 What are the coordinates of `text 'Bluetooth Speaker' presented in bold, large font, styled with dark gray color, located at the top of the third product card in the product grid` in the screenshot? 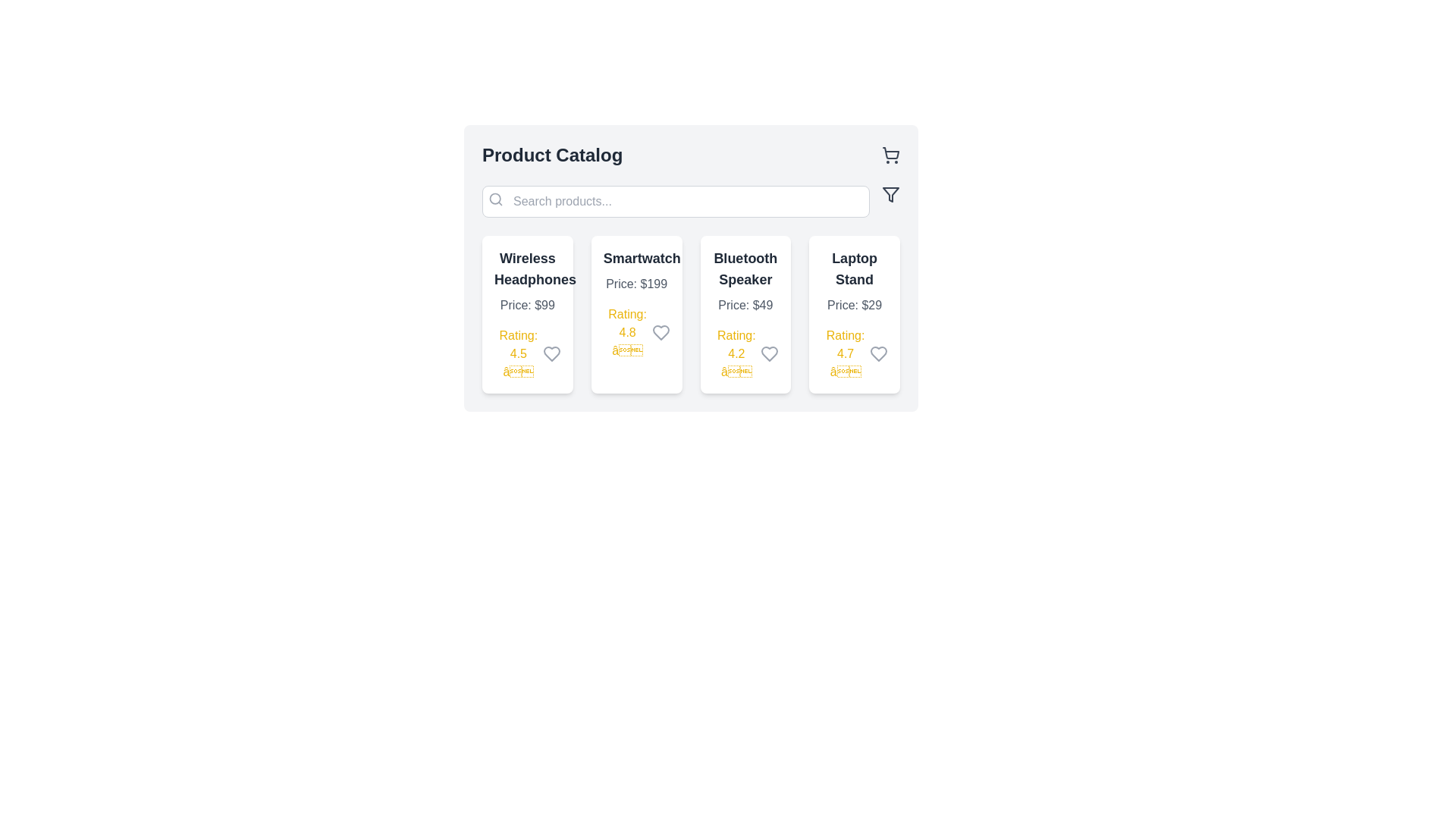 It's located at (745, 268).